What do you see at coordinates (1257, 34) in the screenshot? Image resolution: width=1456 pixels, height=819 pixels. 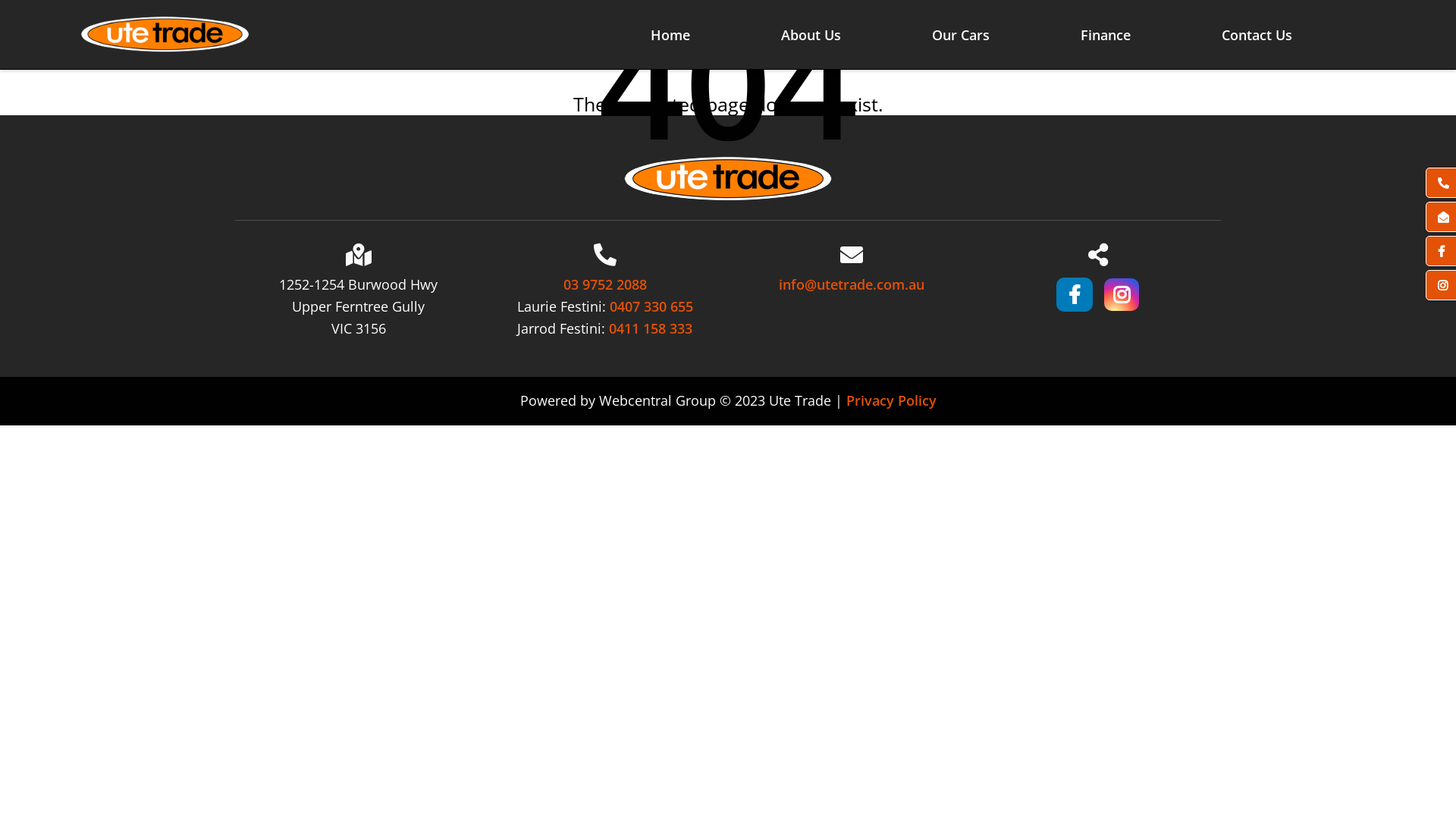 I see `'Contact Us'` at bounding box center [1257, 34].